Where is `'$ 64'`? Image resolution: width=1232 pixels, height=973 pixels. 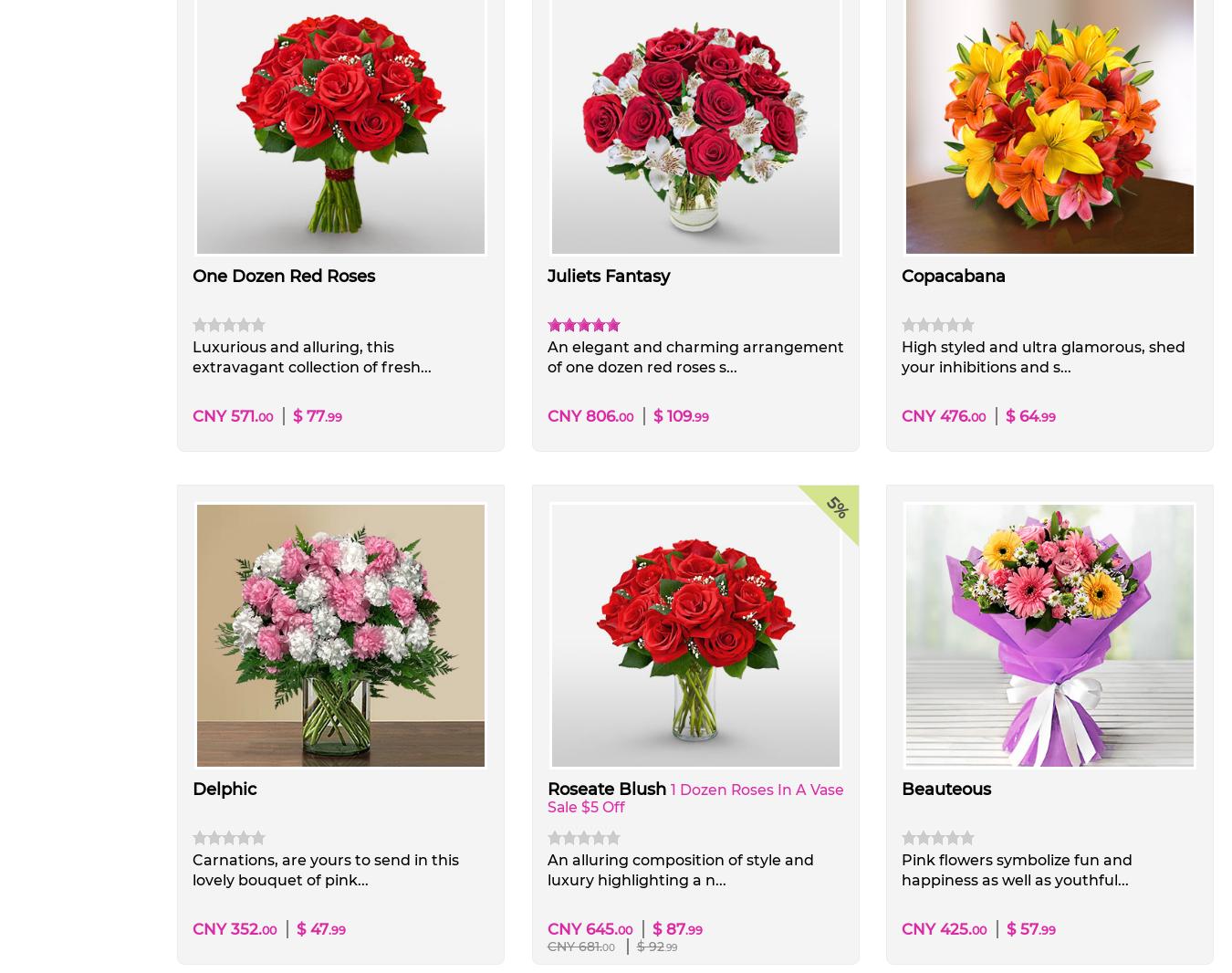 '$ 64' is located at coordinates (1005, 414).